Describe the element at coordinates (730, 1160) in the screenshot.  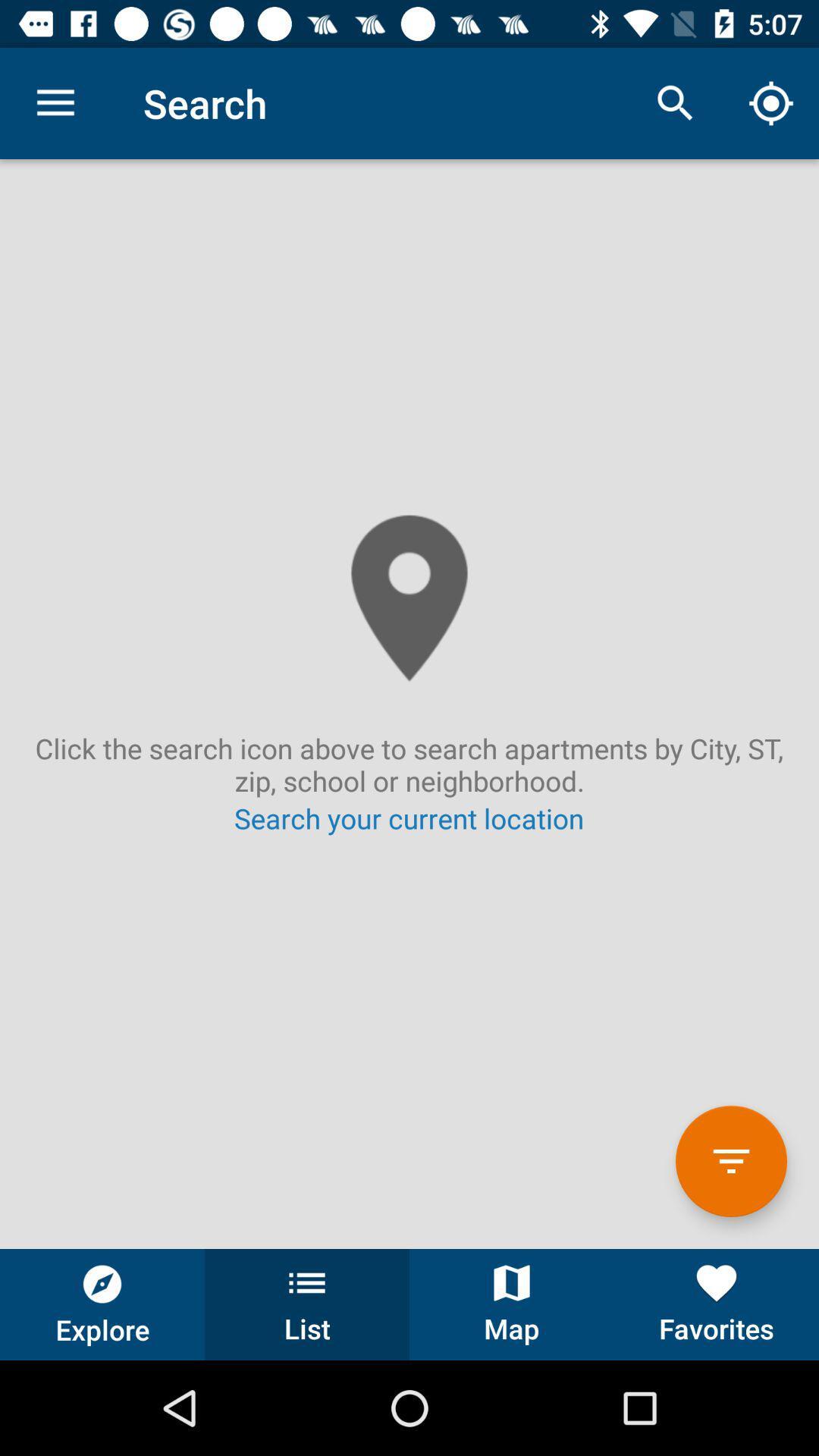
I see `the filter option` at that location.